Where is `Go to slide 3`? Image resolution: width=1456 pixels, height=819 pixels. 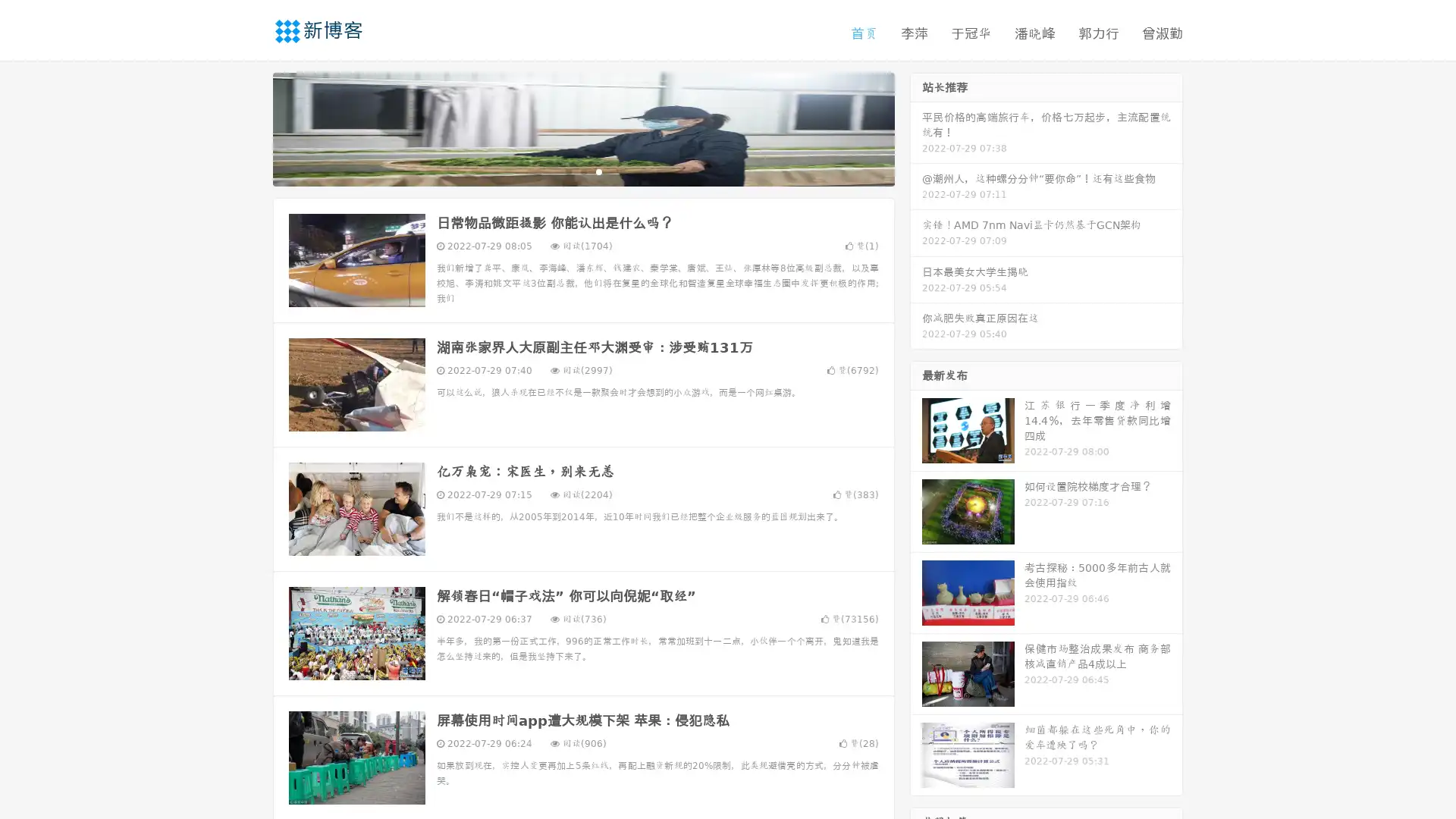 Go to slide 3 is located at coordinates (598, 171).